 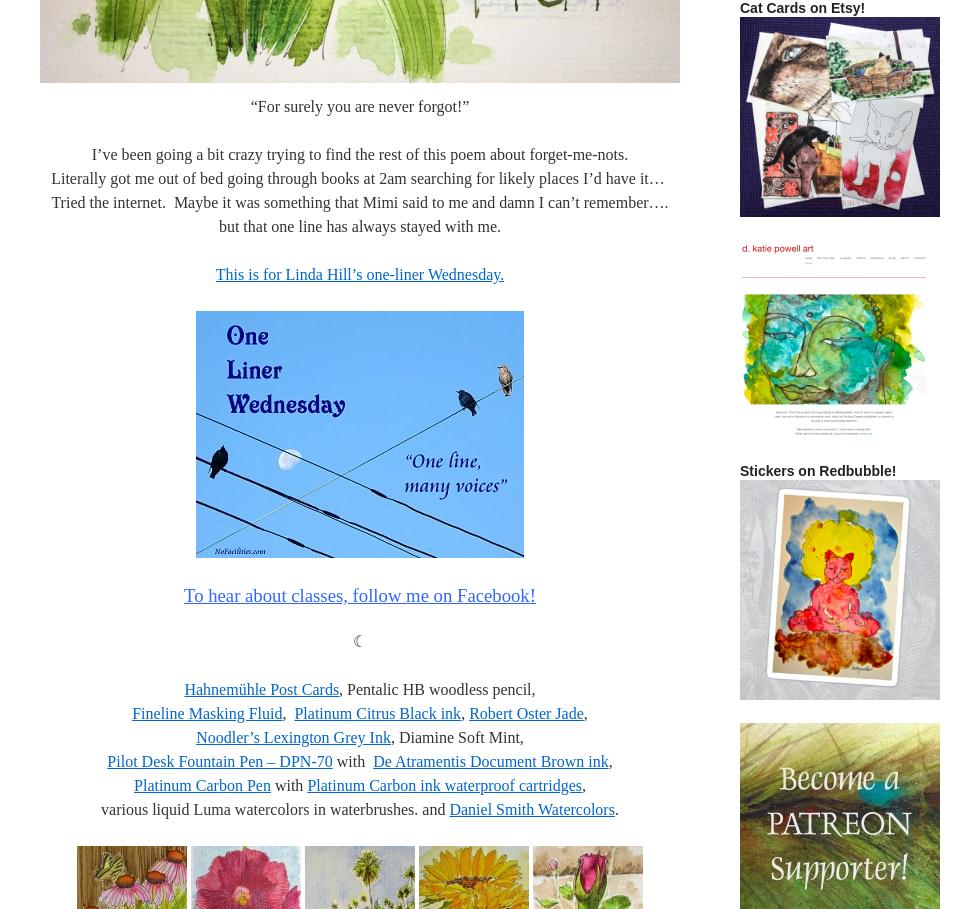 What do you see at coordinates (818, 470) in the screenshot?
I see `'Stickers on Redbubble!'` at bounding box center [818, 470].